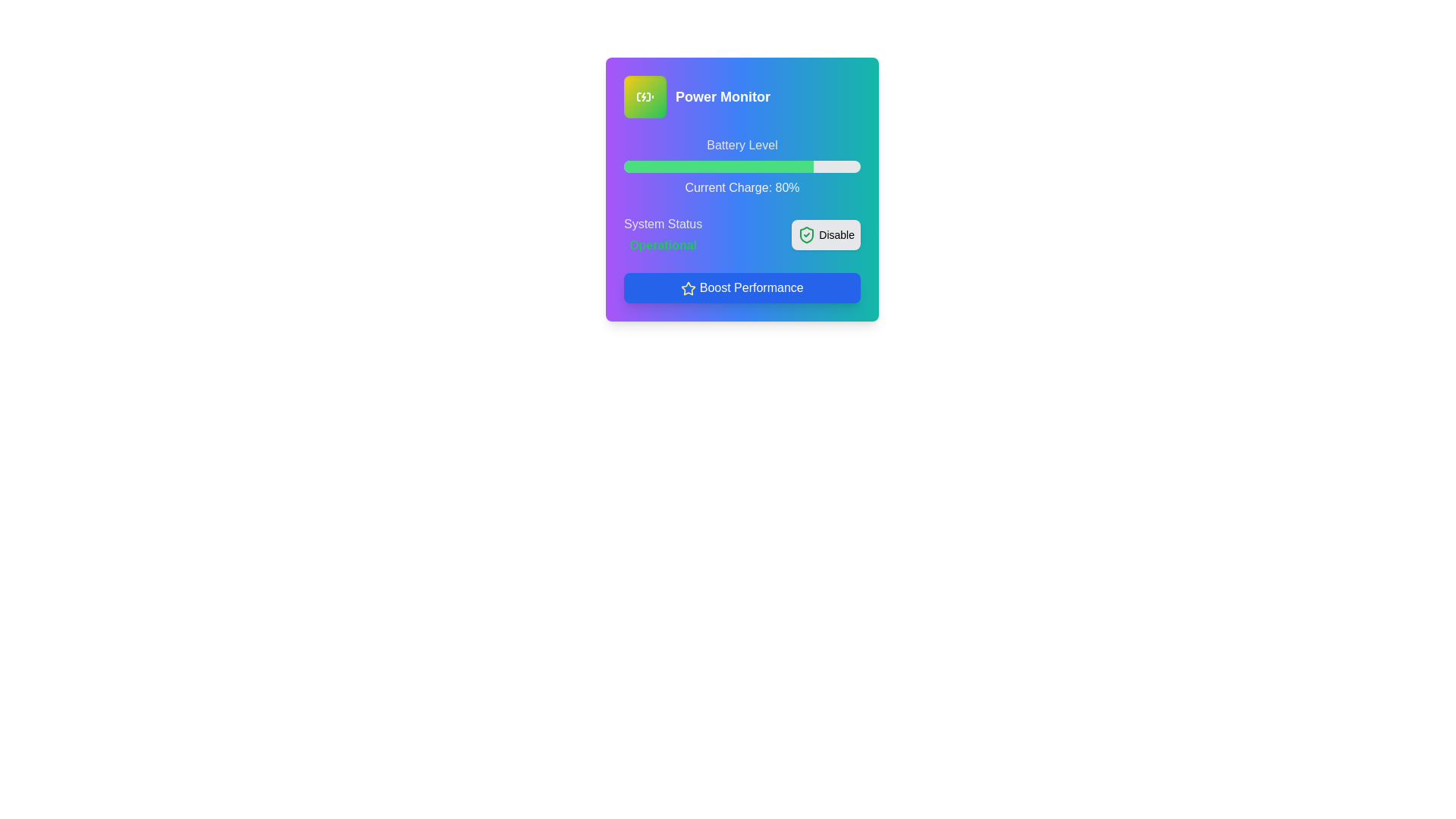 This screenshot has height=819, width=1456. I want to click on the star-shaped icon with a yellow outline located within the 'Boost Performance' button at the bottom of the card interface, so click(688, 288).